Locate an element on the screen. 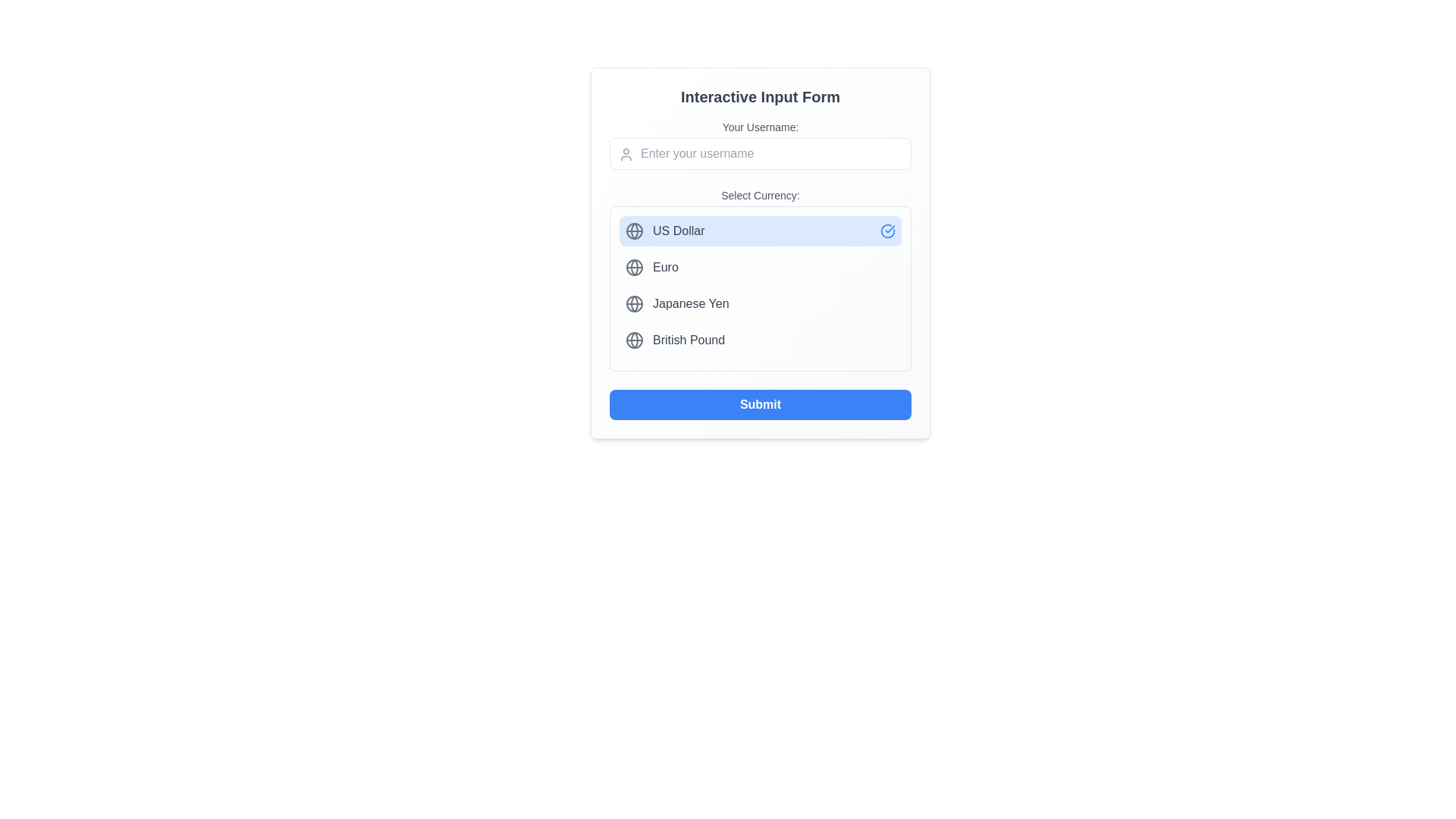  the 'Submit' button located at the bottom of the form to process the form inputs is located at coordinates (761, 403).